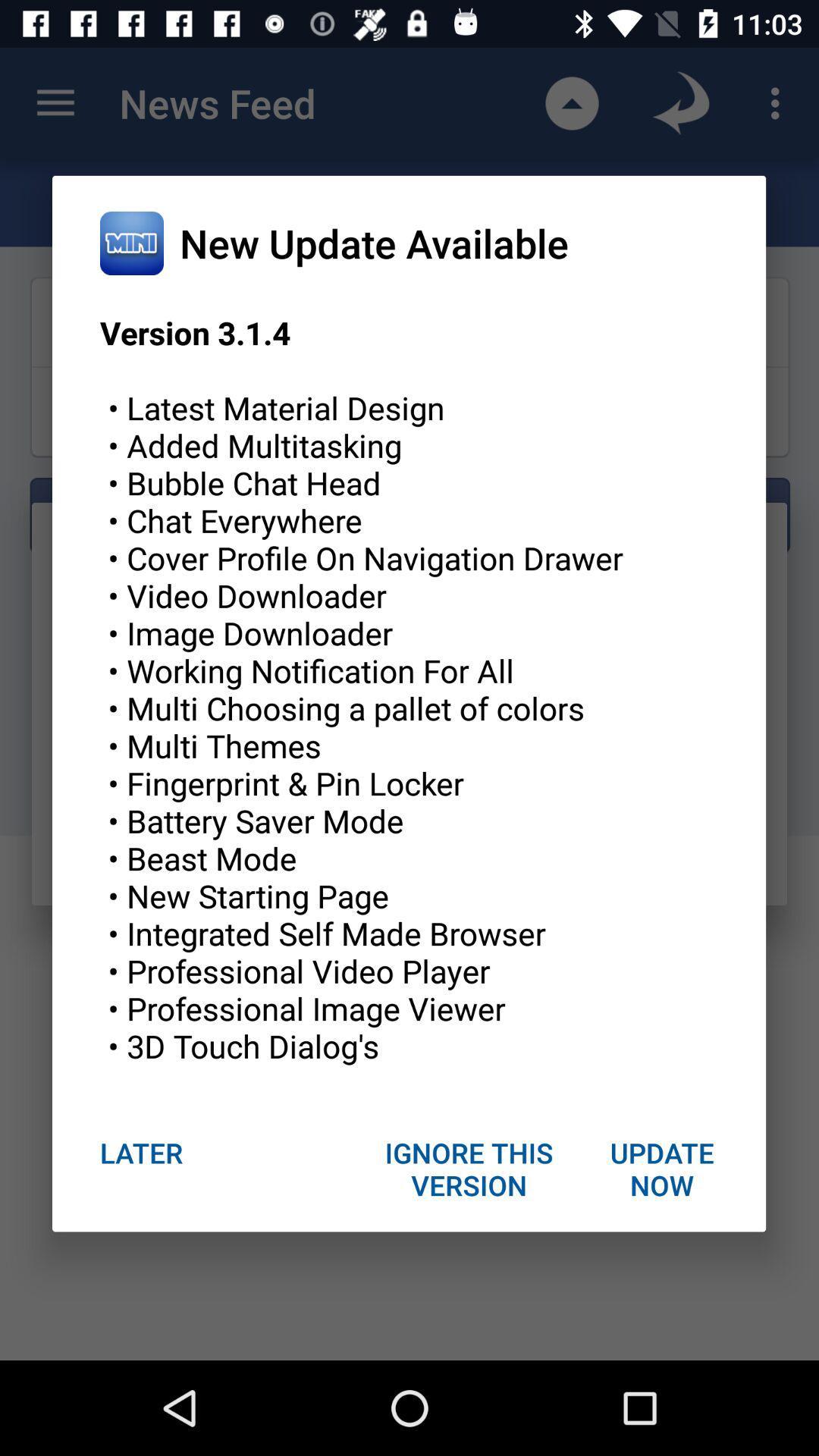 Image resolution: width=819 pixels, height=1456 pixels. What do you see at coordinates (141, 1153) in the screenshot?
I see `the item at the bottom left corner` at bounding box center [141, 1153].